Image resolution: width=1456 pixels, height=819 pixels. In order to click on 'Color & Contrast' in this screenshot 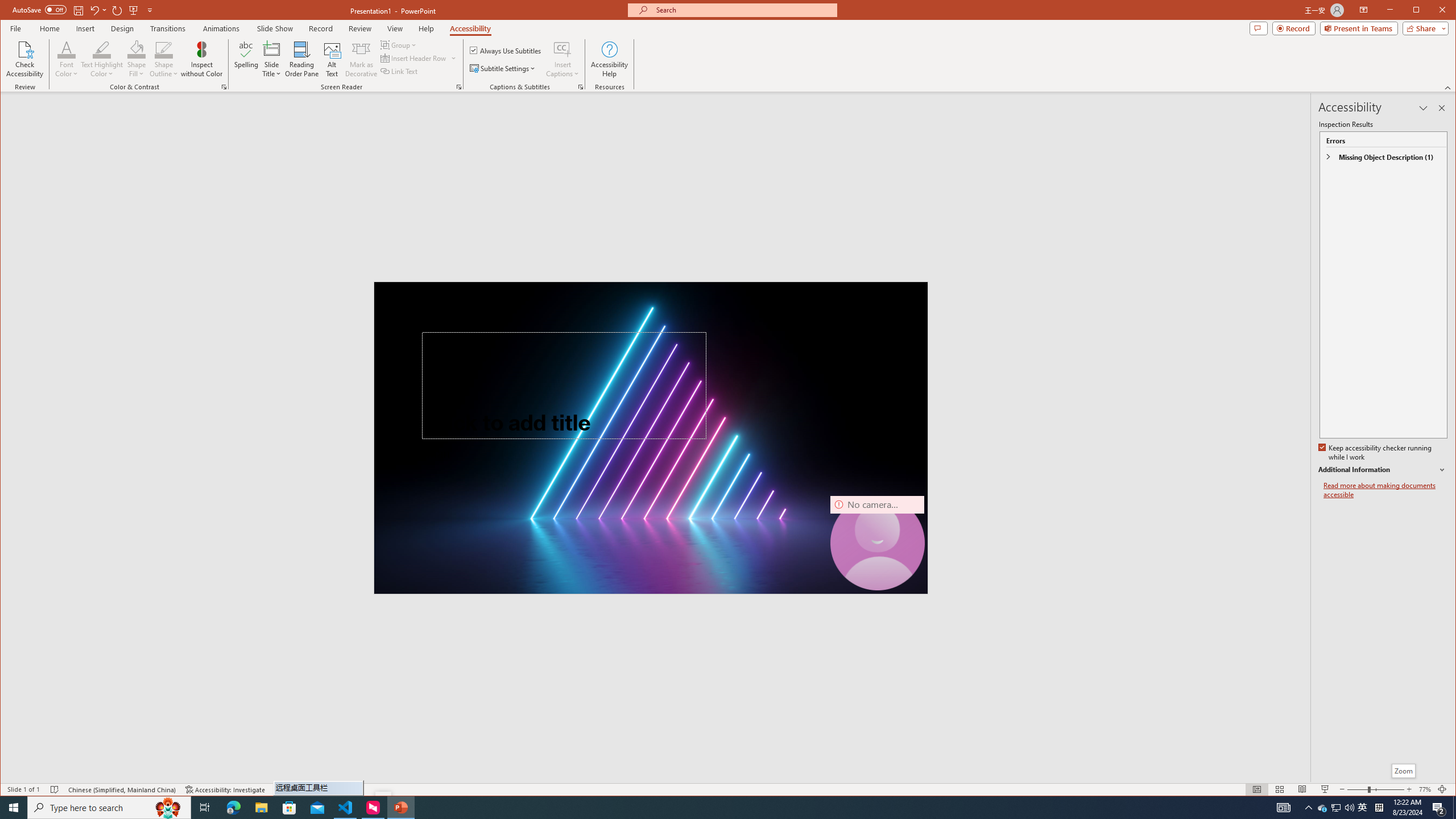, I will do `click(224, 87)`.